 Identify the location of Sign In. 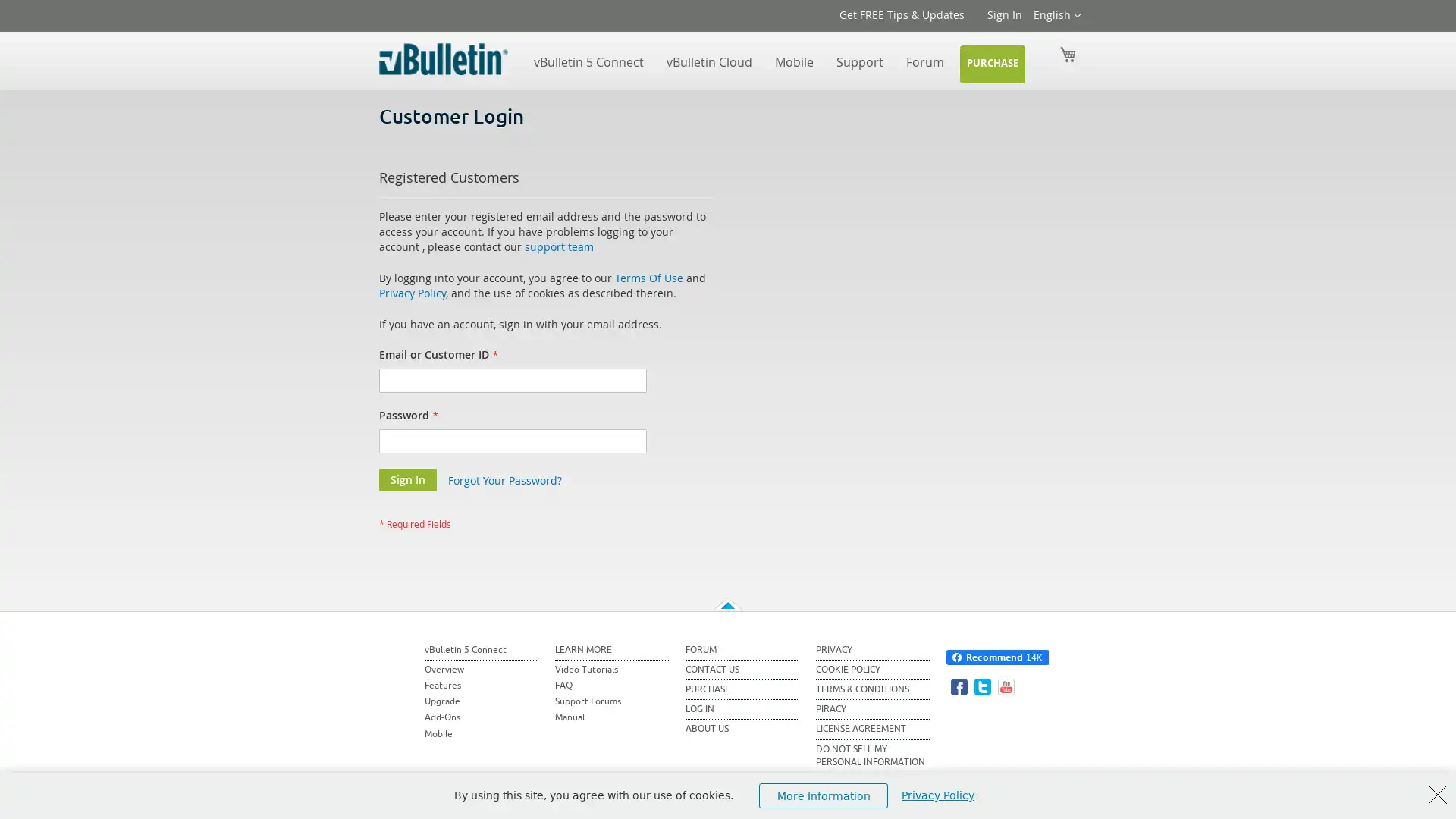
(407, 479).